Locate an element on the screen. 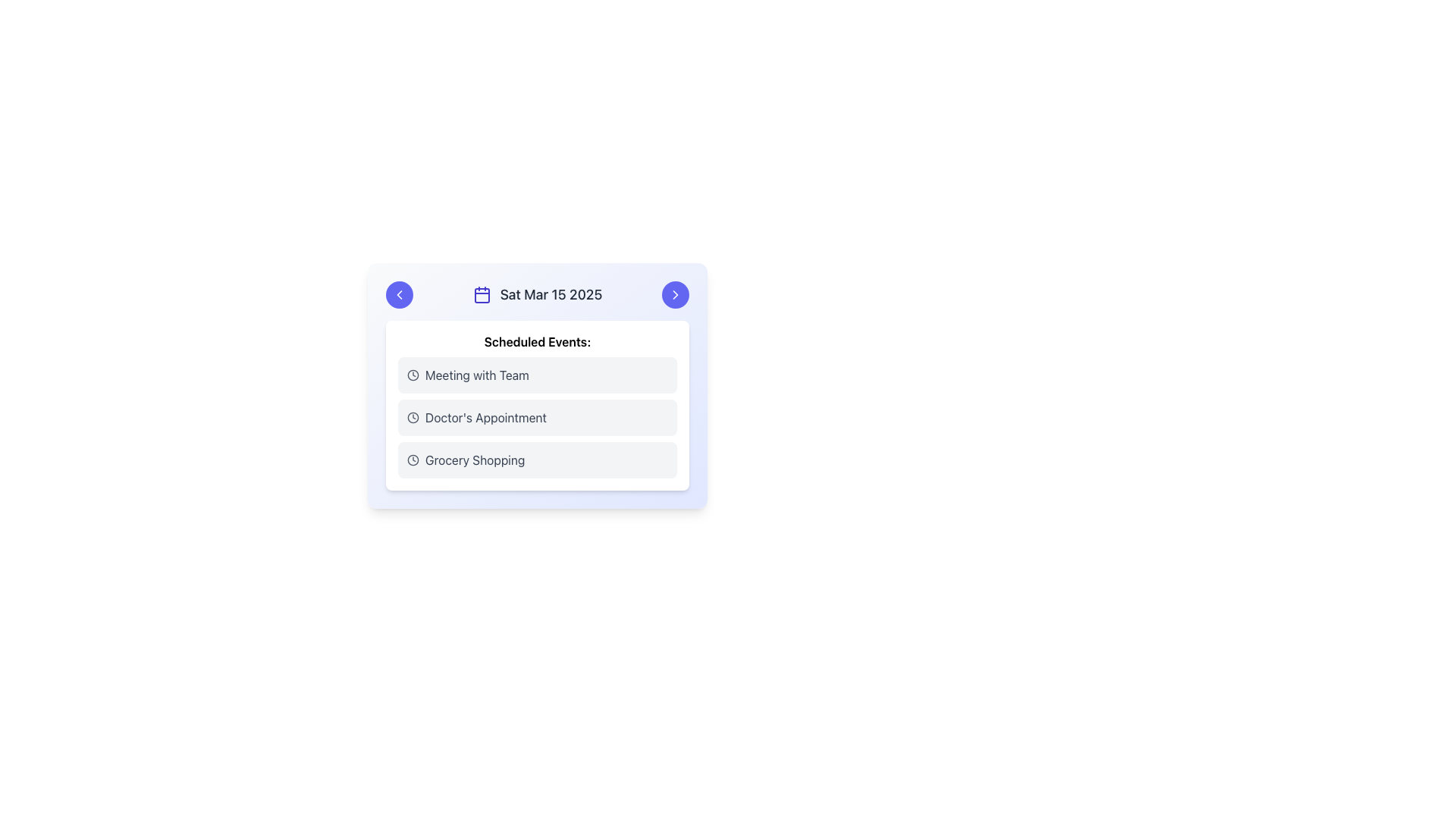 The width and height of the screenshot is (1456, 819). the associated time by clicking on the leftmost icon next to the 'Grocery Shopping' text is located at coordinates (413, 459).